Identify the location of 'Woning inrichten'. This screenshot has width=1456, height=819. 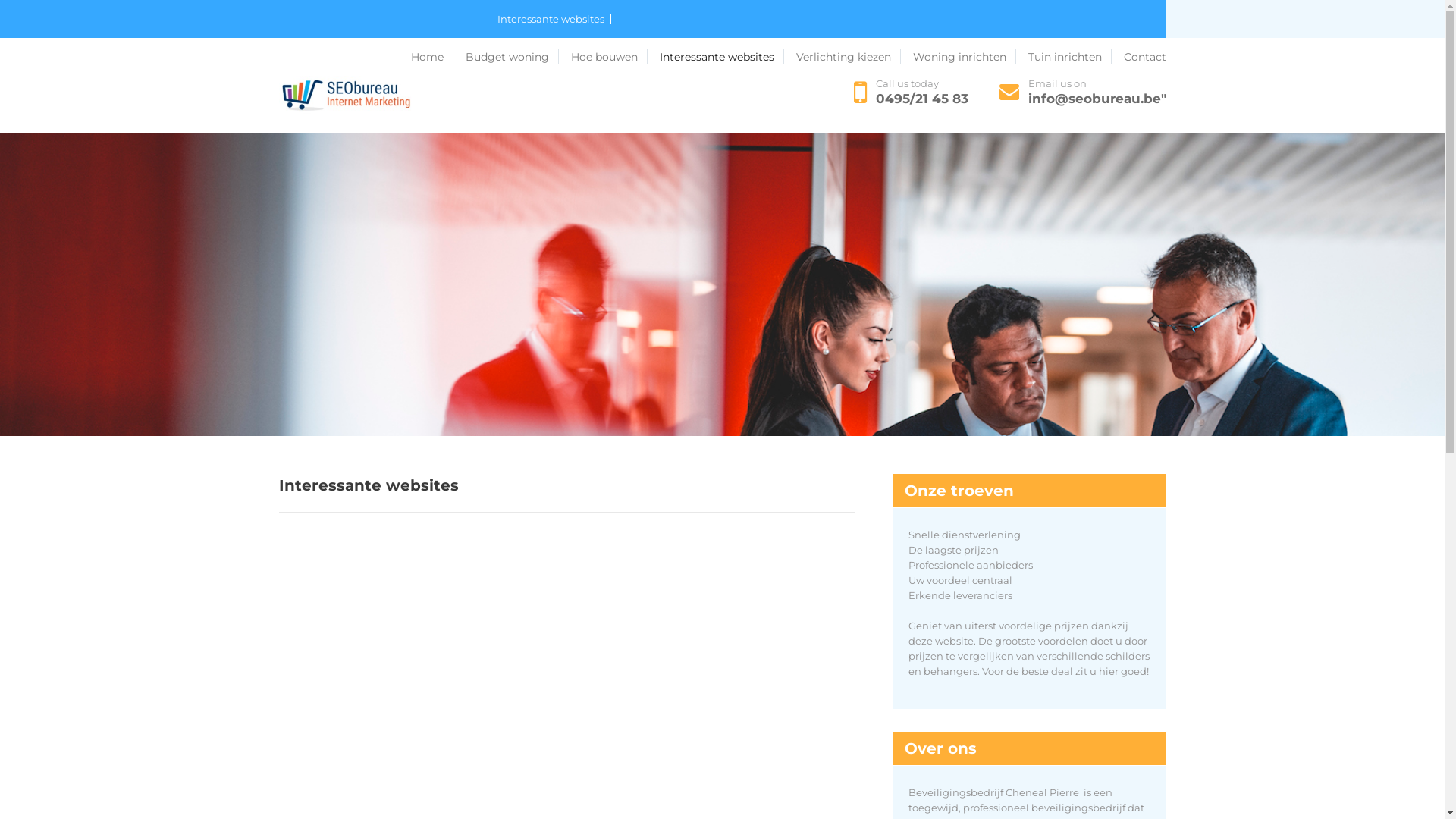
(964, 55).